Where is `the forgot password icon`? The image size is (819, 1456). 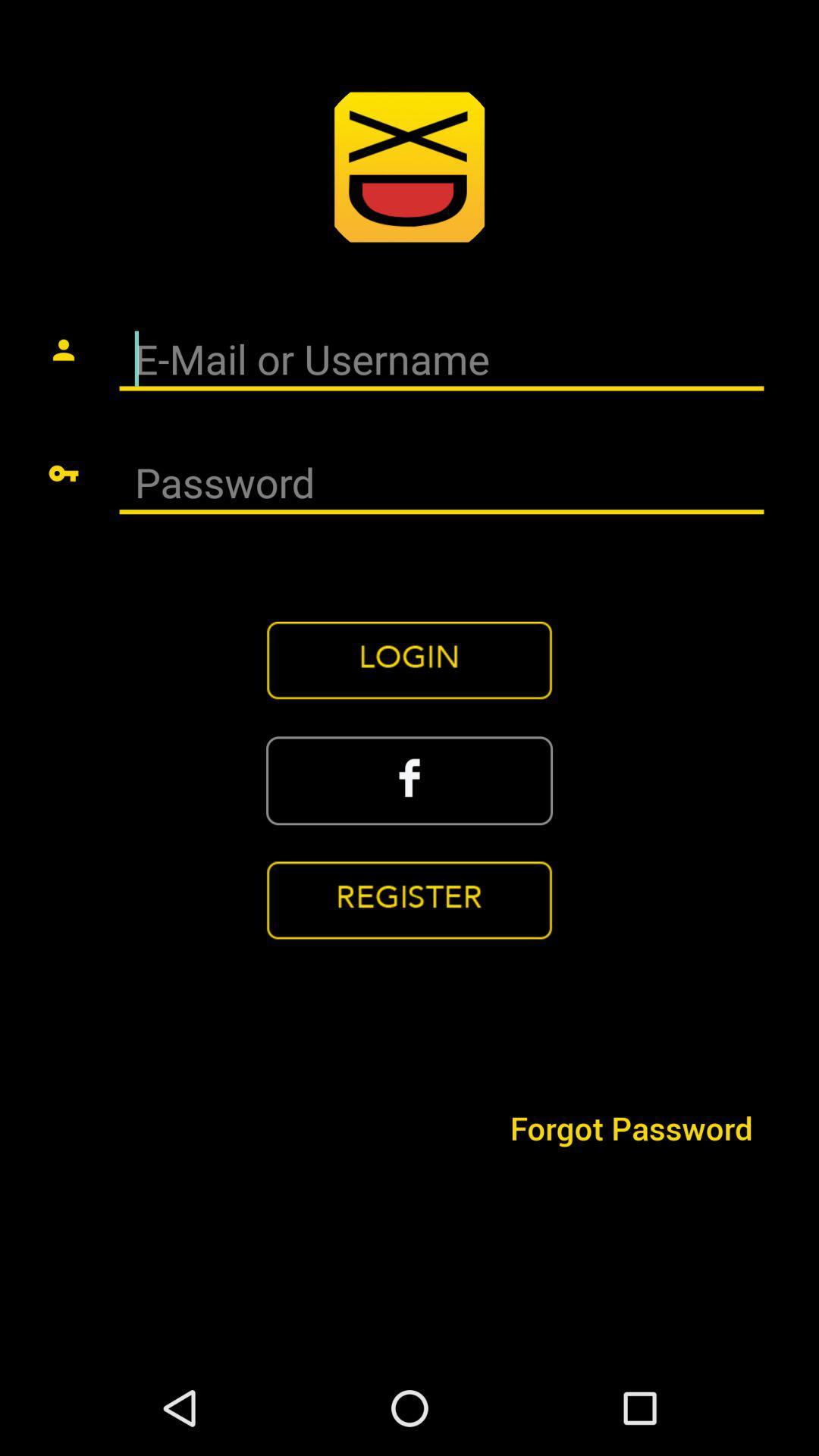 the forgot password icon is located at coordinates (631, 1128).